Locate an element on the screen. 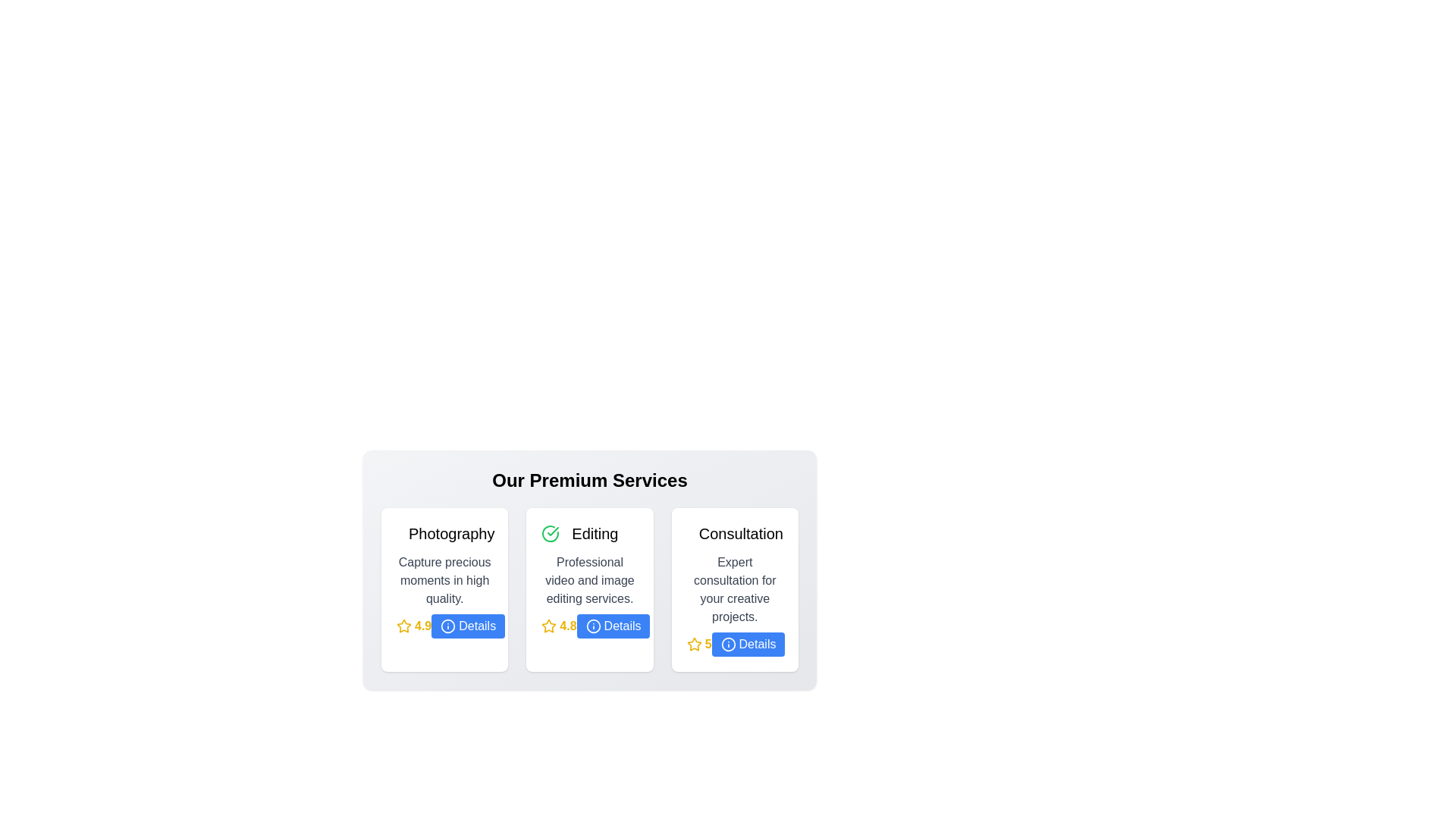 This screenshot has width=1456, height=819. the service card for Consultation to observe the hover effect is located at coordinates (735, 589).